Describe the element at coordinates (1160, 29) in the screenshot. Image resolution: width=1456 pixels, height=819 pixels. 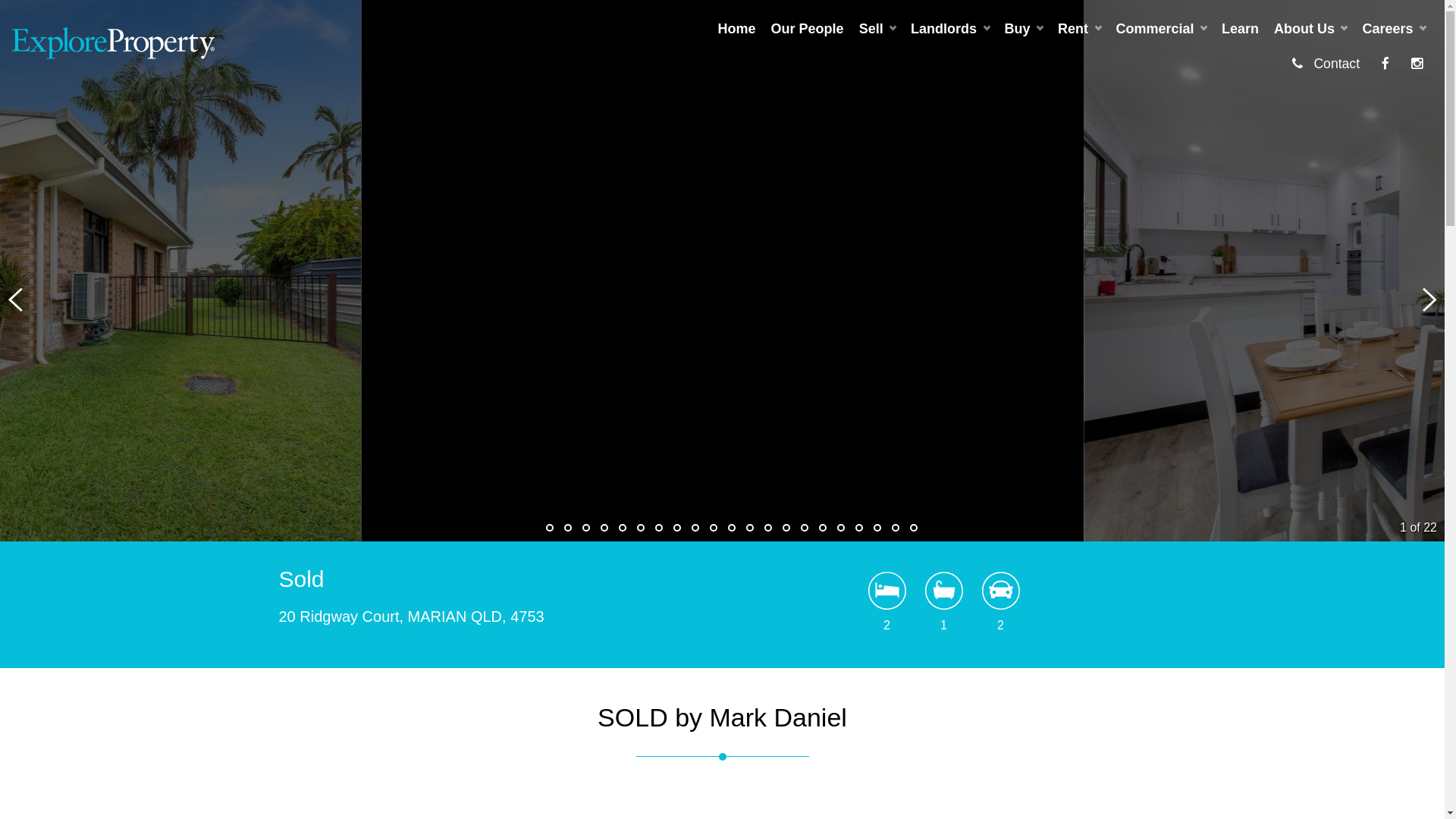
I see `'Commercial'` at that location.